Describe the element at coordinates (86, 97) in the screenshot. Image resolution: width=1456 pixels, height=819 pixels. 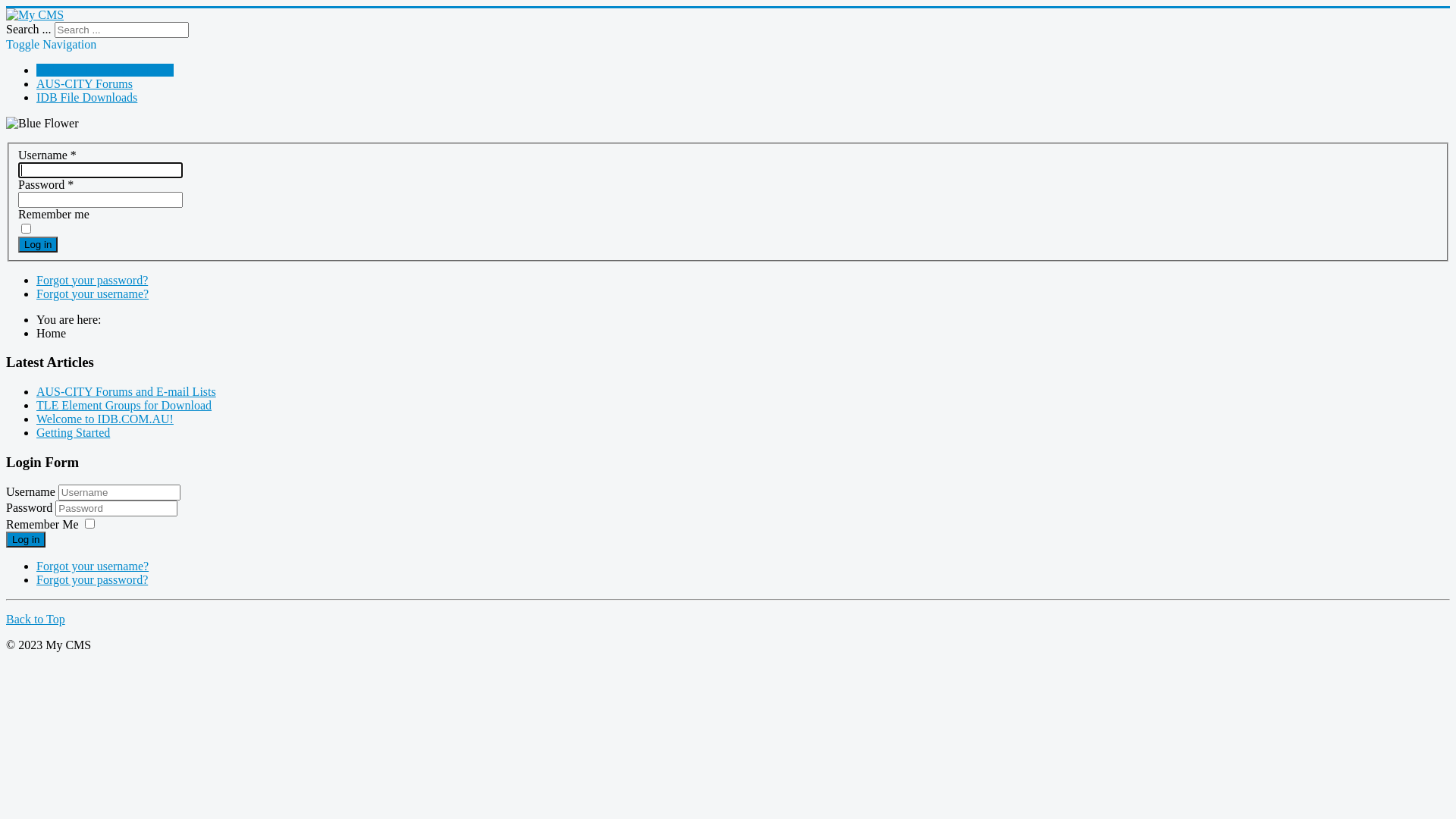
I see `'IDB File Downloads'` at that location.